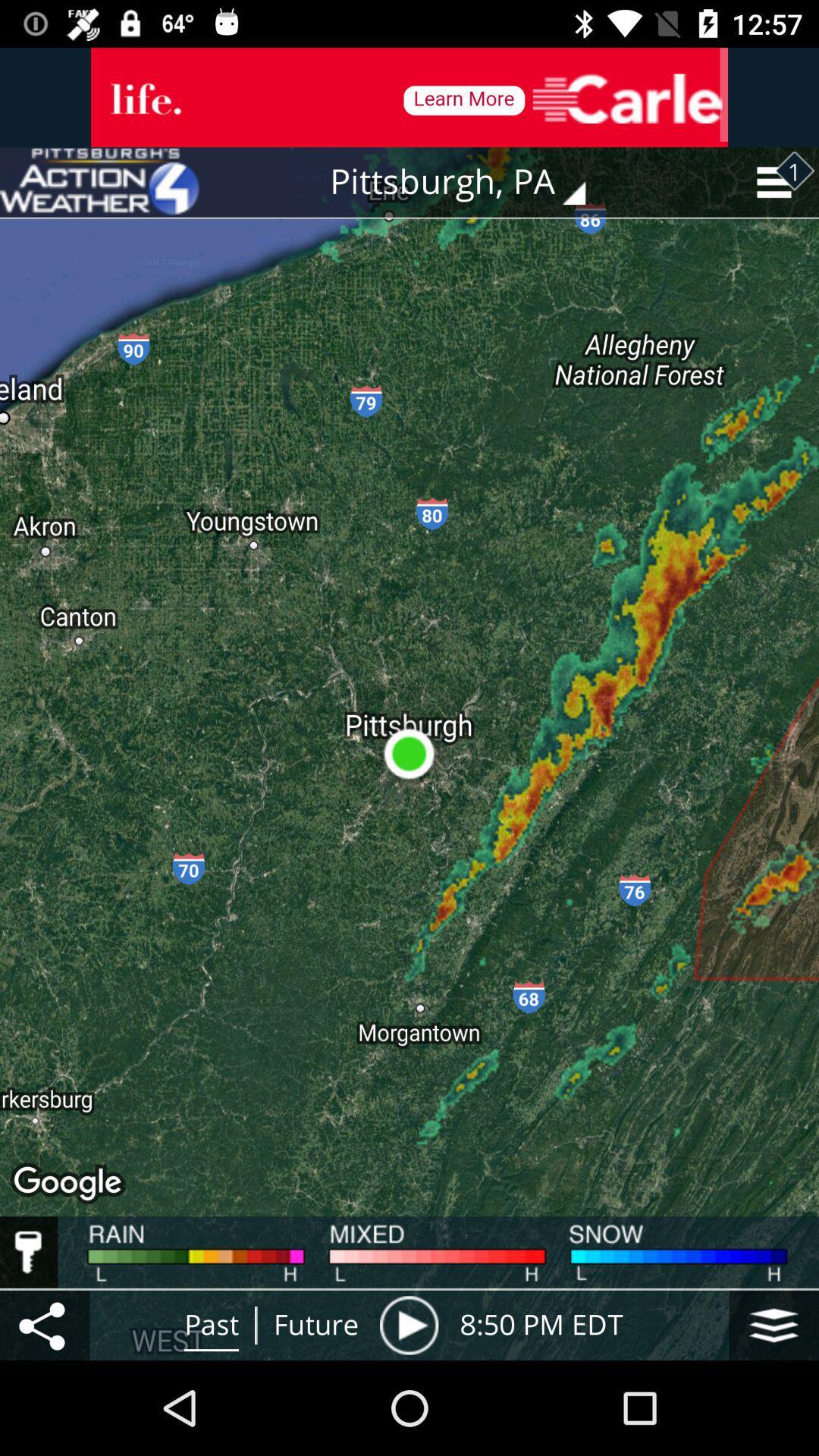 Image resolution: width=819 pixels, height=1456 pixels. I want to click on open menu, so click(773, 1324).